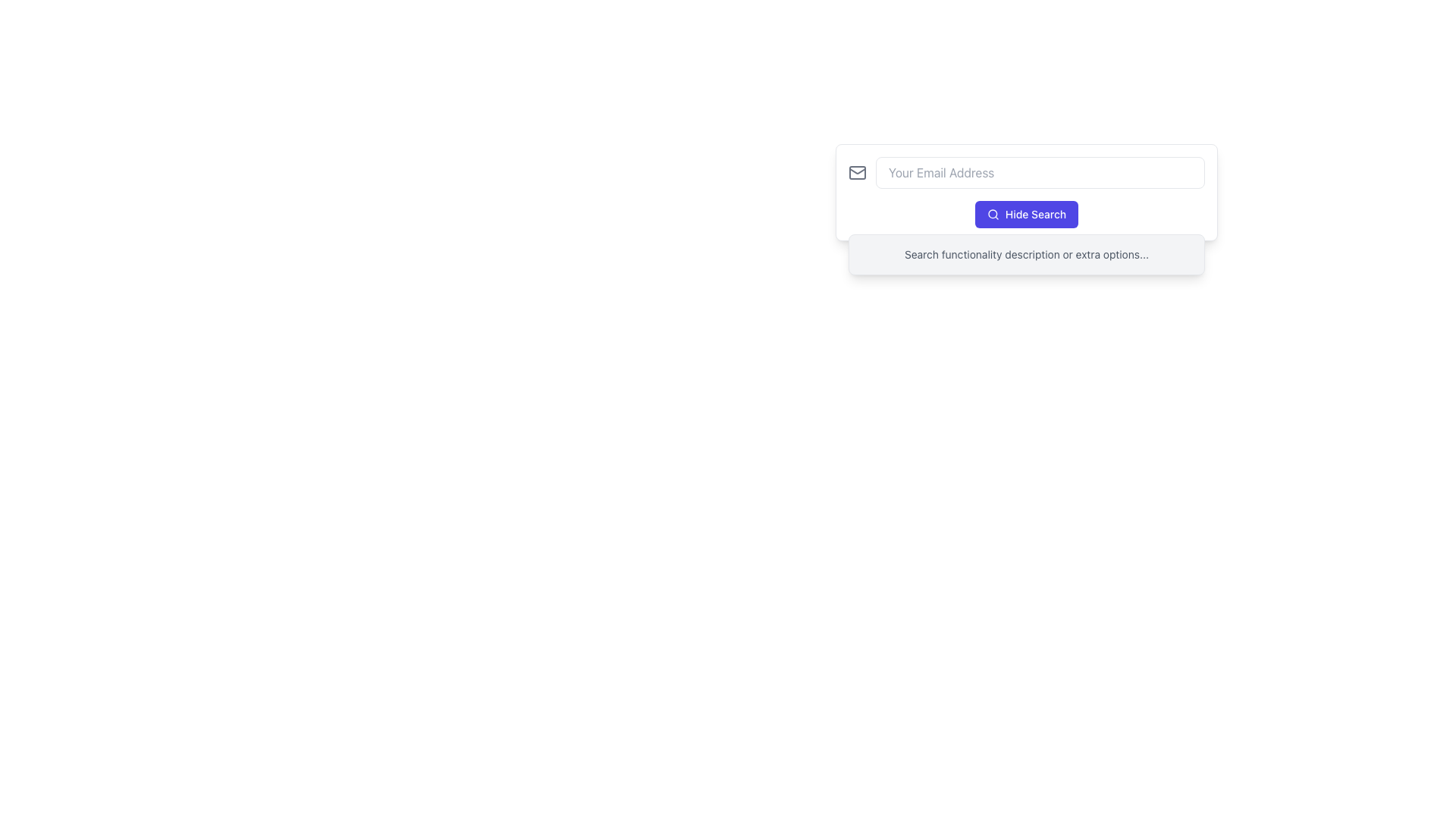  What do you see at coordinates (993, 214) in the screenshot?
I see `the magnifying glass icon located inside the 'Hide Search' button, which is styled with a stroke and positioned to the left of the button's text` at bounding box center [993, 214].